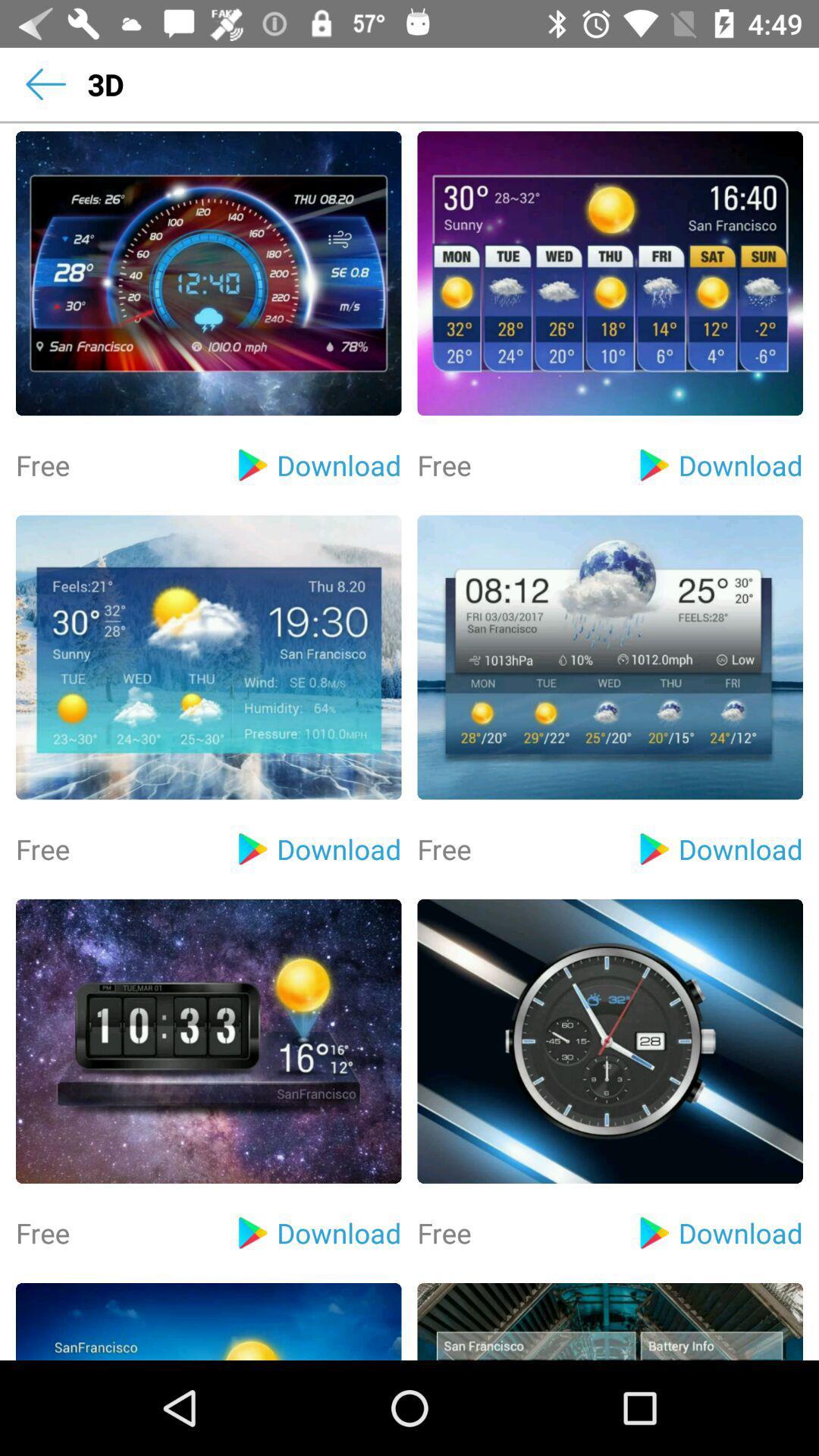 The height and width of the screenshot is (1456, 819). What do you see at coordinates (45, 83) in the screenshot?
I see `item to the left of the 3d item` at bounding box center [45, 83].